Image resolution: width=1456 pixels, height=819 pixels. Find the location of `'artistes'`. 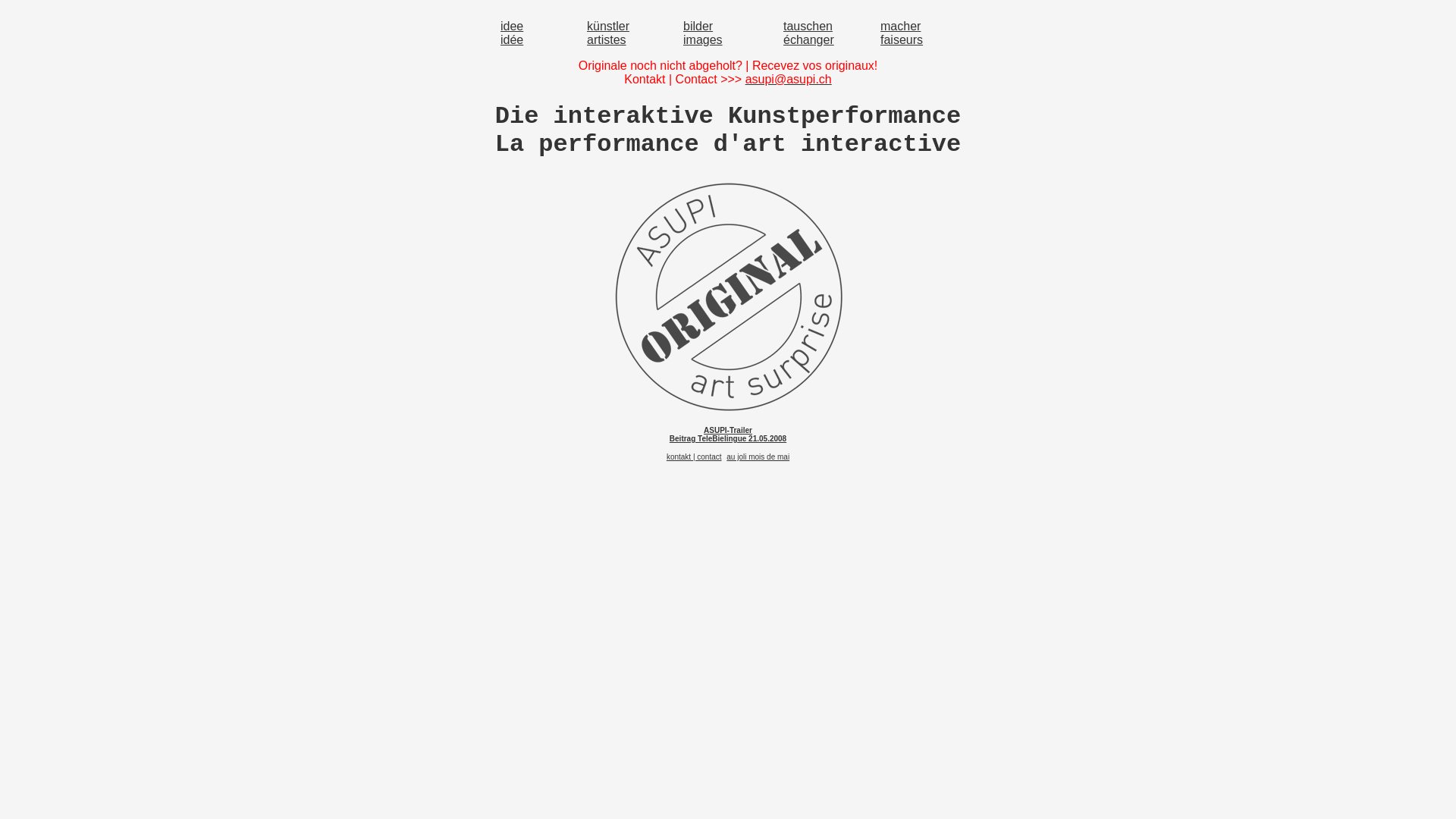

'artistes' is located at coordinates (607, 39).